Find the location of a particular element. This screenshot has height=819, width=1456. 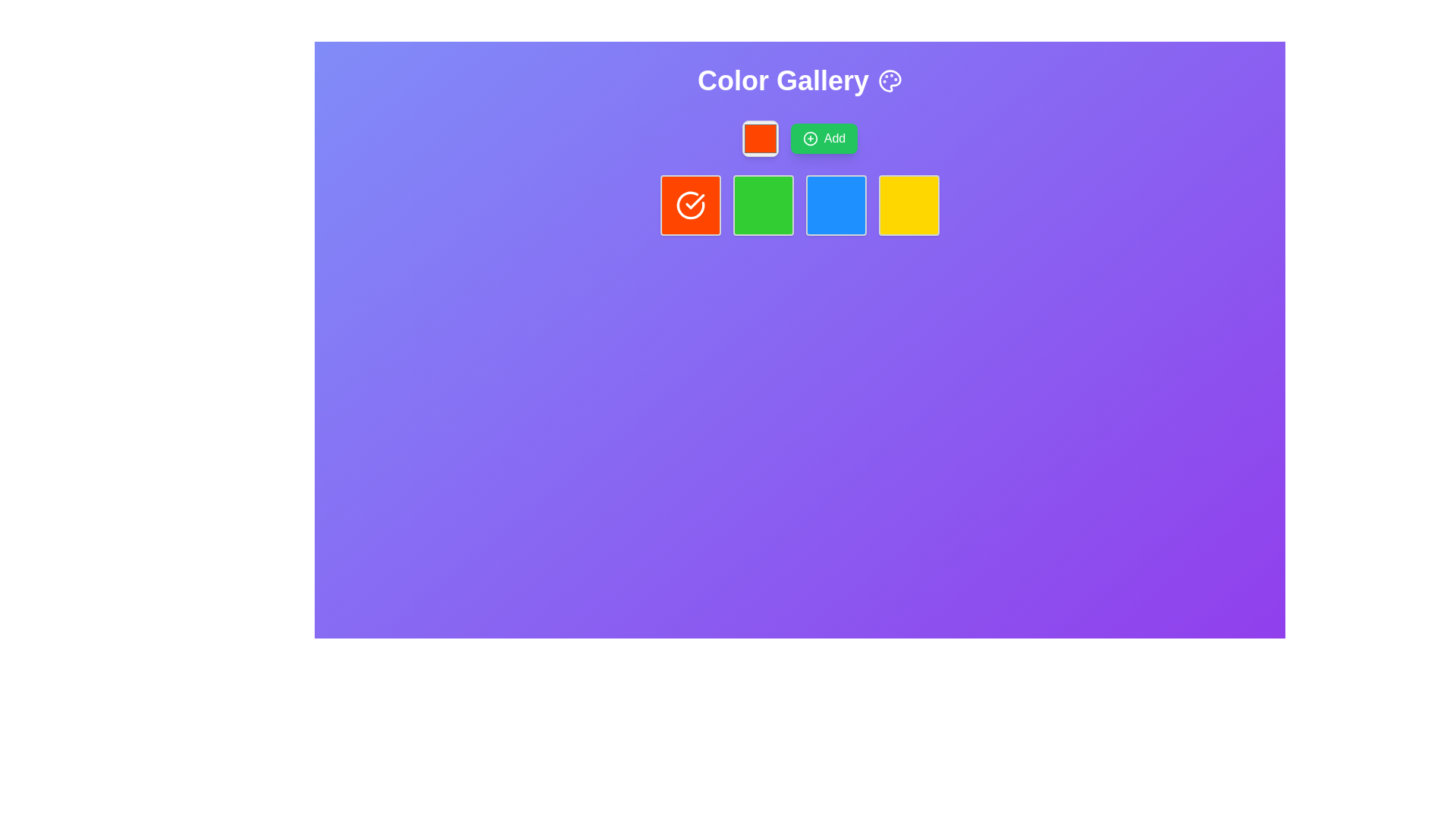

the third button-like component in the Color Gallery section of the interface is located at coordinates (764, 205).